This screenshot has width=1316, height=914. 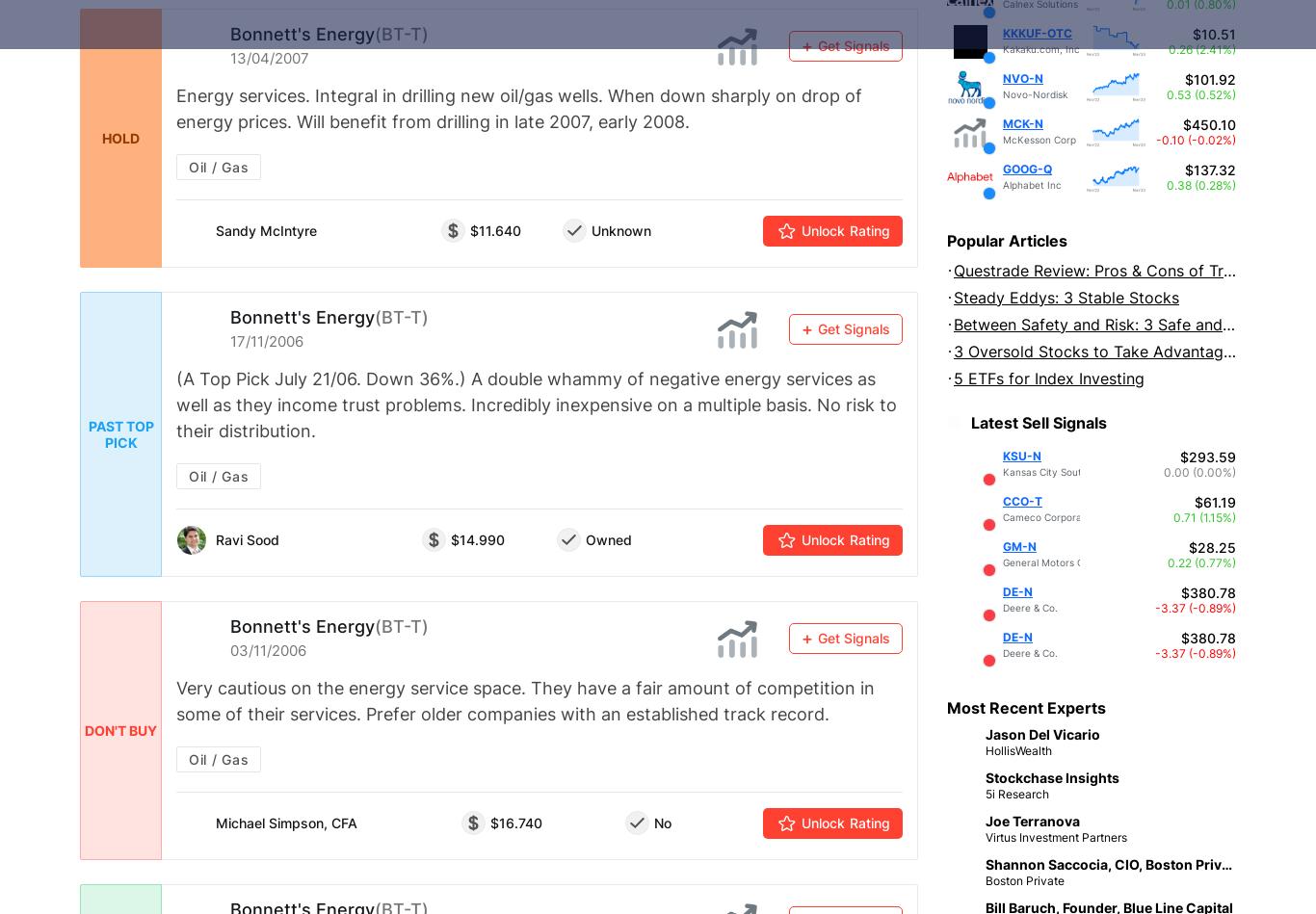 I want to click on '17/11/2006', so click(x=230, y=341).